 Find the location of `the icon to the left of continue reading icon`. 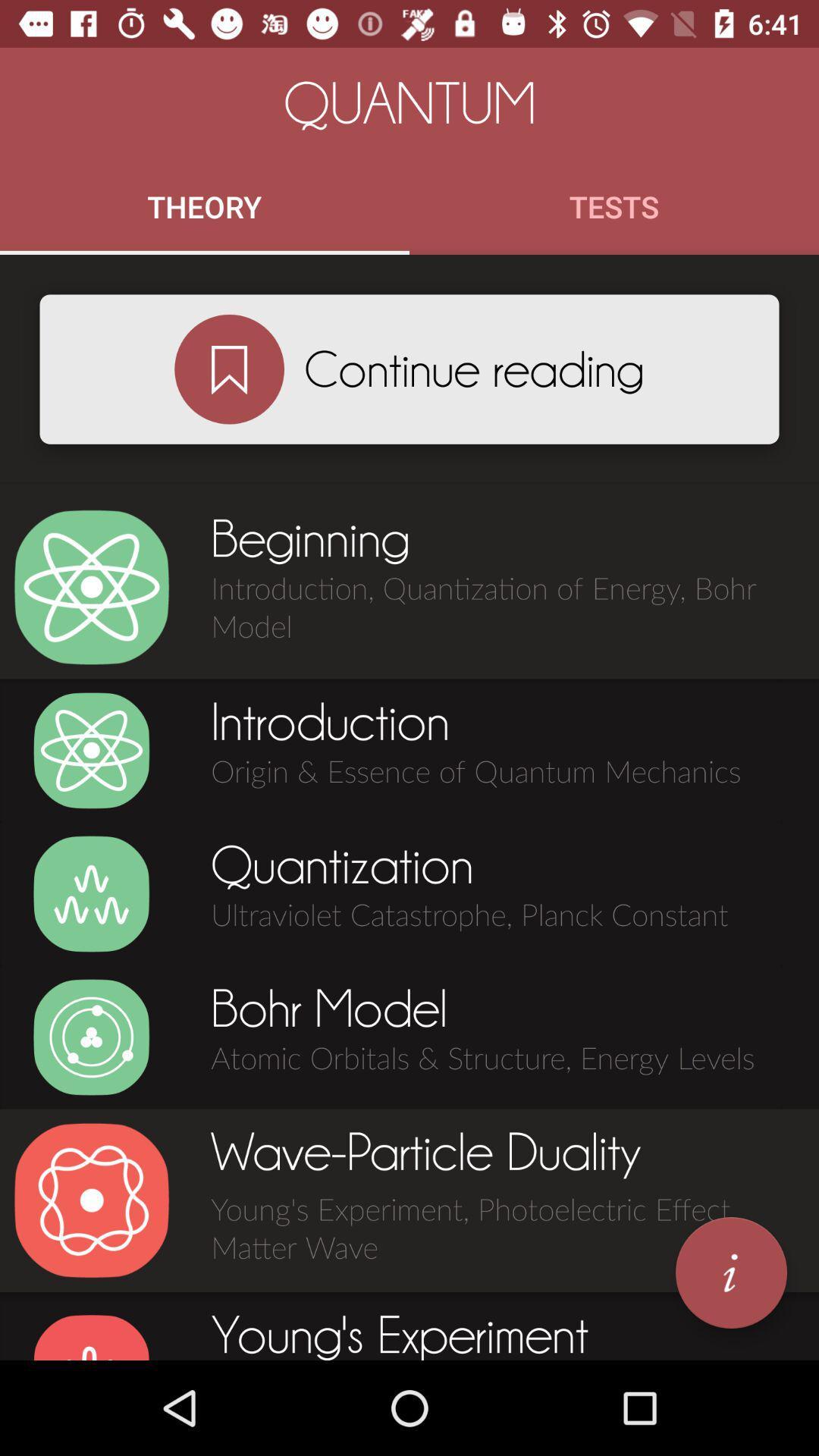

the icon to the left of continue reading icon is located at coordinates (229, 369).